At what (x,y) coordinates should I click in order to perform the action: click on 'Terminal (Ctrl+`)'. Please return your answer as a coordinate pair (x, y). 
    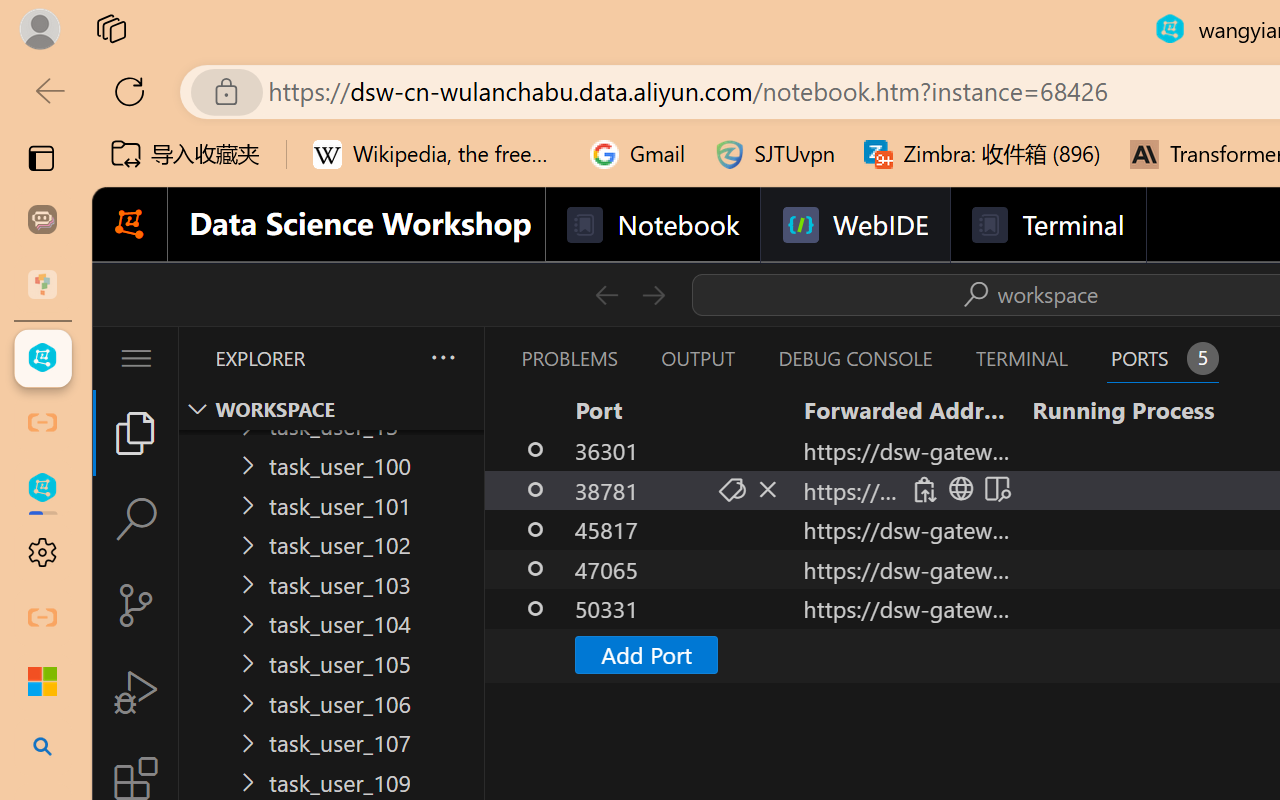
    Looking at the image, I should click on (1021, 358).